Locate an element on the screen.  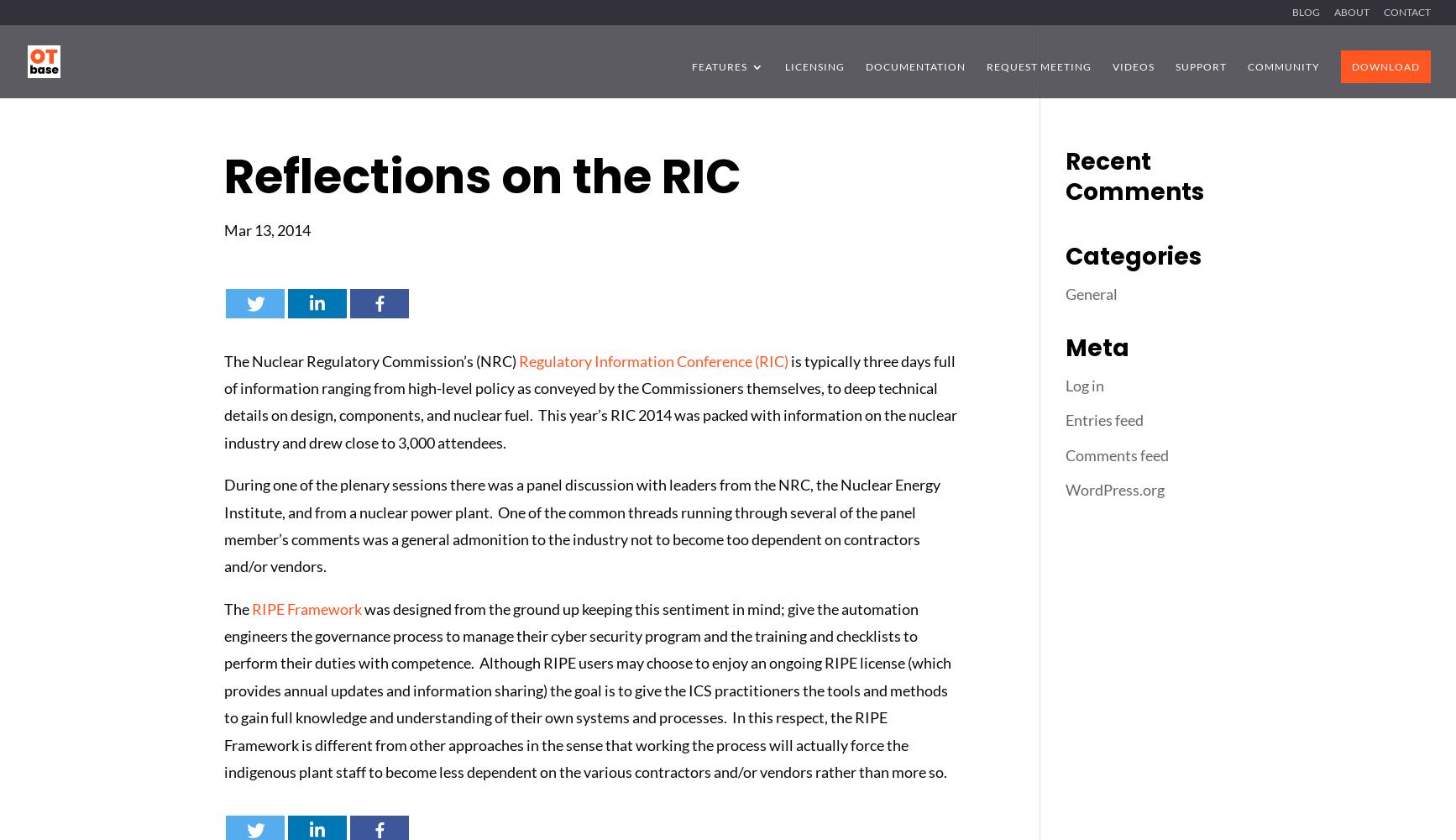
'was designed from the ground up keeping this sentiment in mind; give the automation engineers the governance process to manage their cyber security program and the training and checklists to perform their duties with competence.  Although RIPE users may choose to enjoy an ongoing RIPE license (which provides annual updates and information sharing) the goal is to give the ICS practitioners the tools and methods to gain full knowledge and understanding of their own systems and processes.  In this respect, the RIPE Framework is different from other approaches in the sense that working the process will actually force the indigenous plant staff to become less dependent on the various contractors and/or vendors rather than more so.' is located at coordinates (224, 689).